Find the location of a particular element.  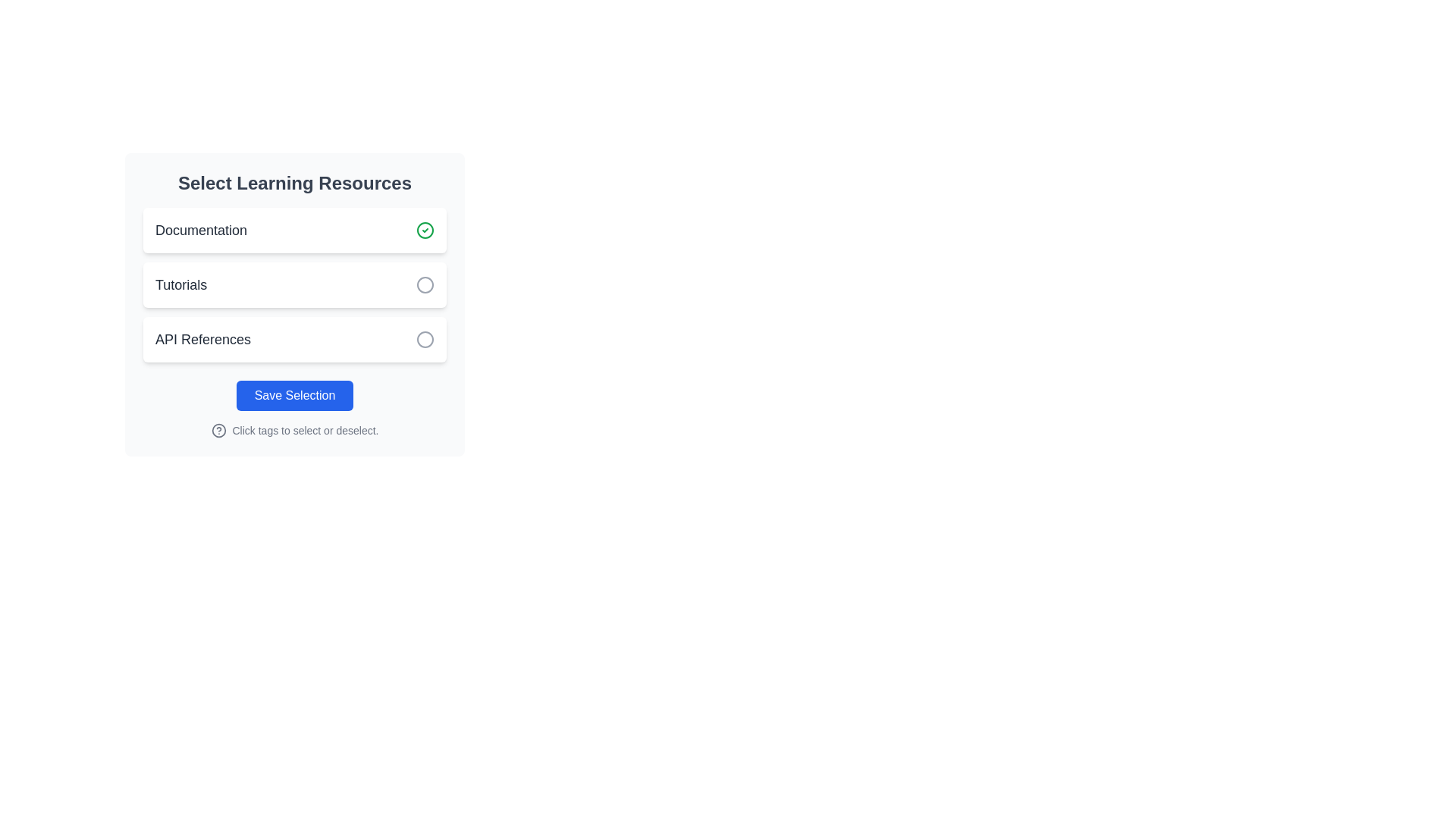

the circular radio button icon with a gray border located at the right end of the 'API References' option is located at coordinates (425, 338).